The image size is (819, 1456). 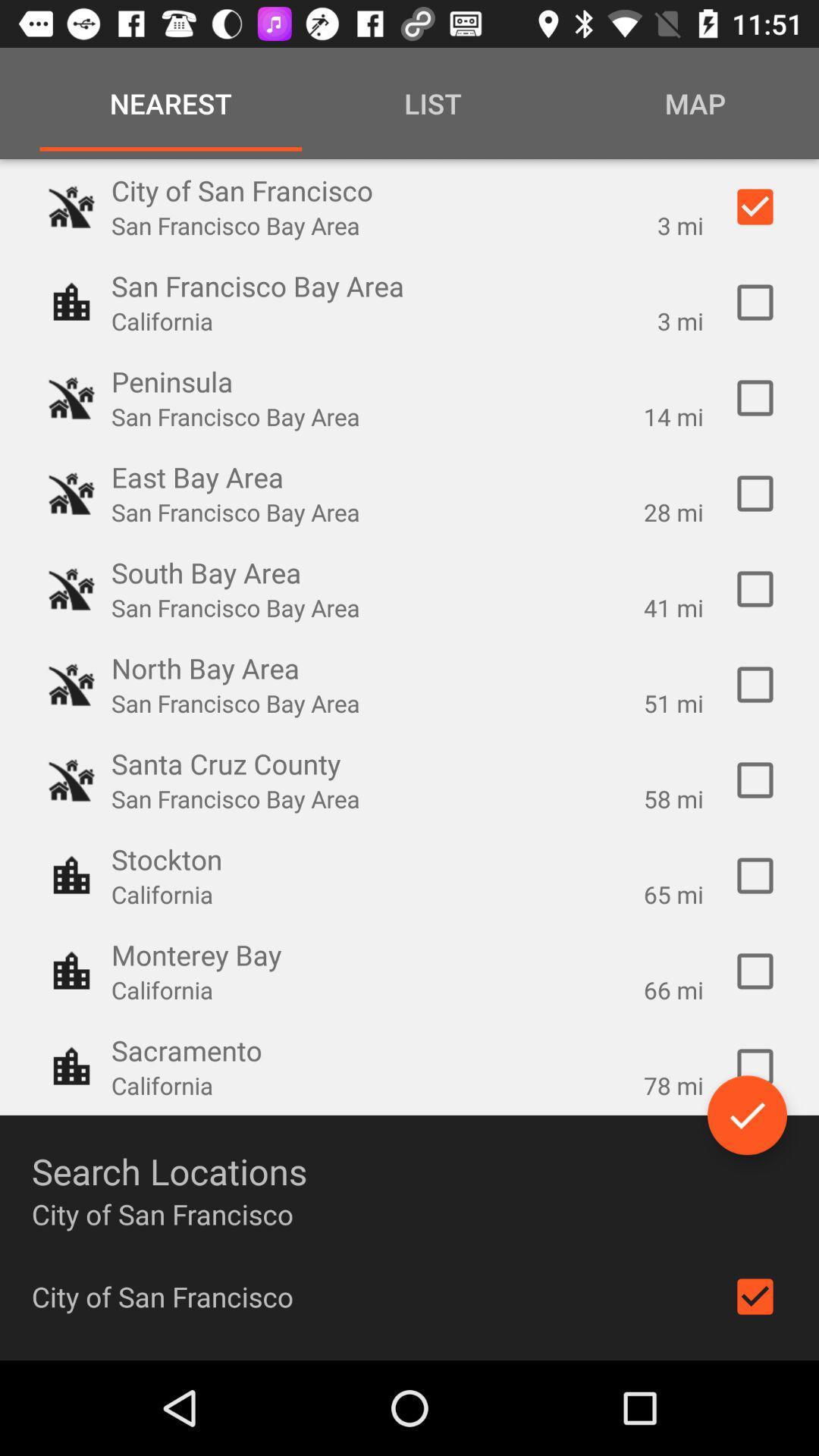 What do you see at coordinates (755, 1295) in the screenshot?
I see `the icon next to the city of san` at bounding box center [755, 1295].